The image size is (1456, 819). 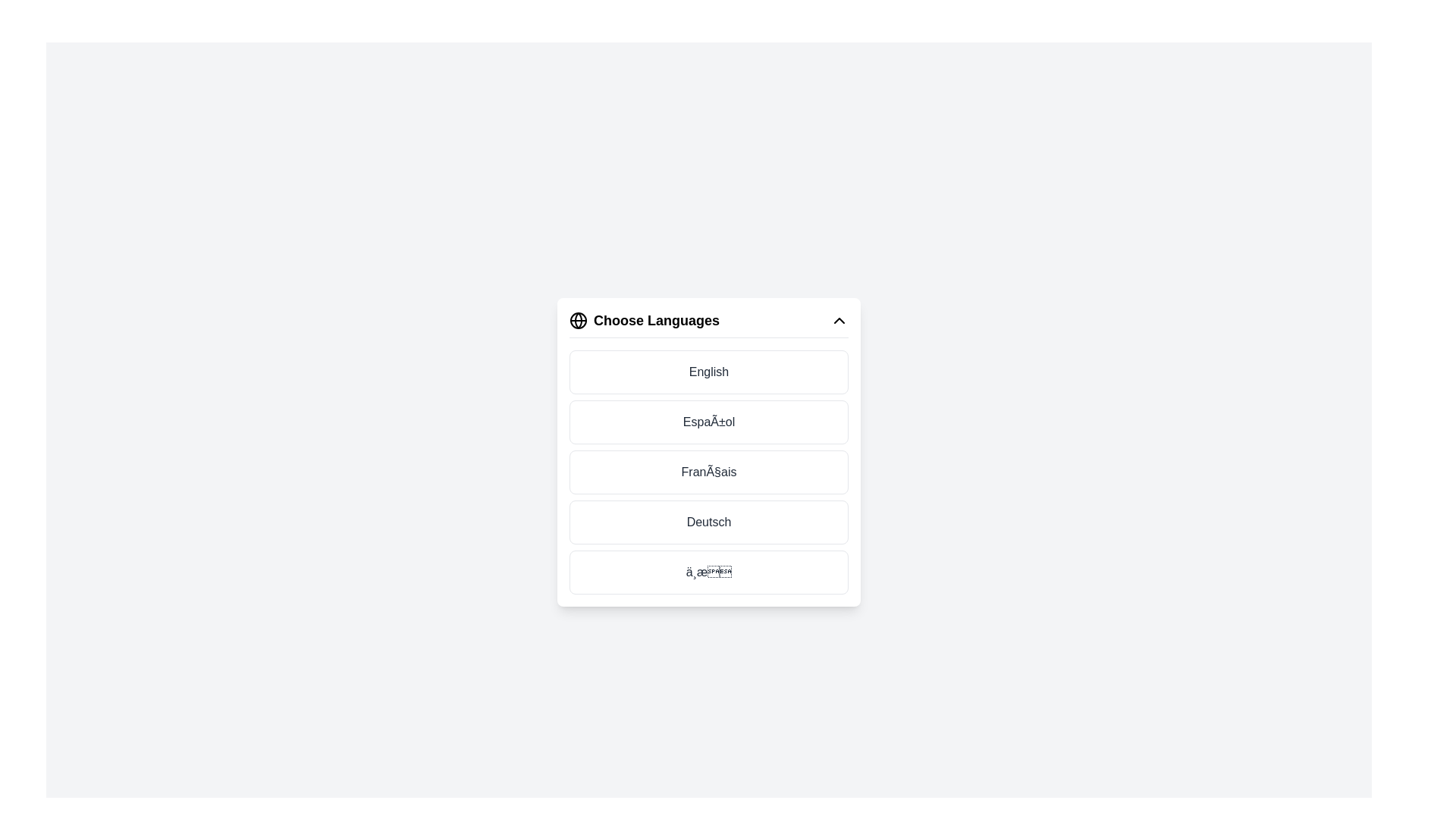 What do you see at coordinates (708, 422) in the screenshot?
I see `the 'Español' text label` at bounding box center [708, 422].